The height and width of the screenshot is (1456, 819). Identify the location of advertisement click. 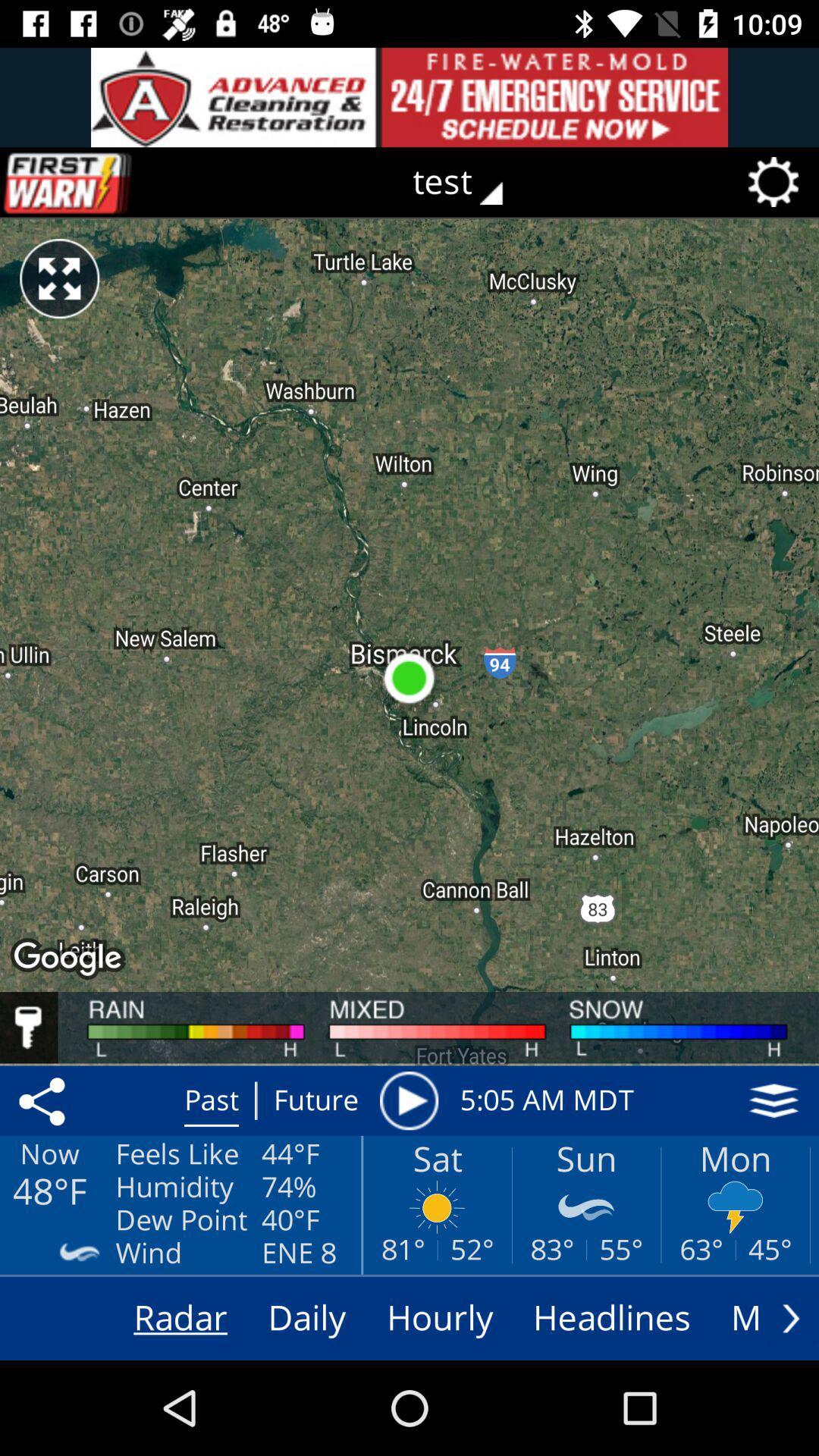
(409, 96).